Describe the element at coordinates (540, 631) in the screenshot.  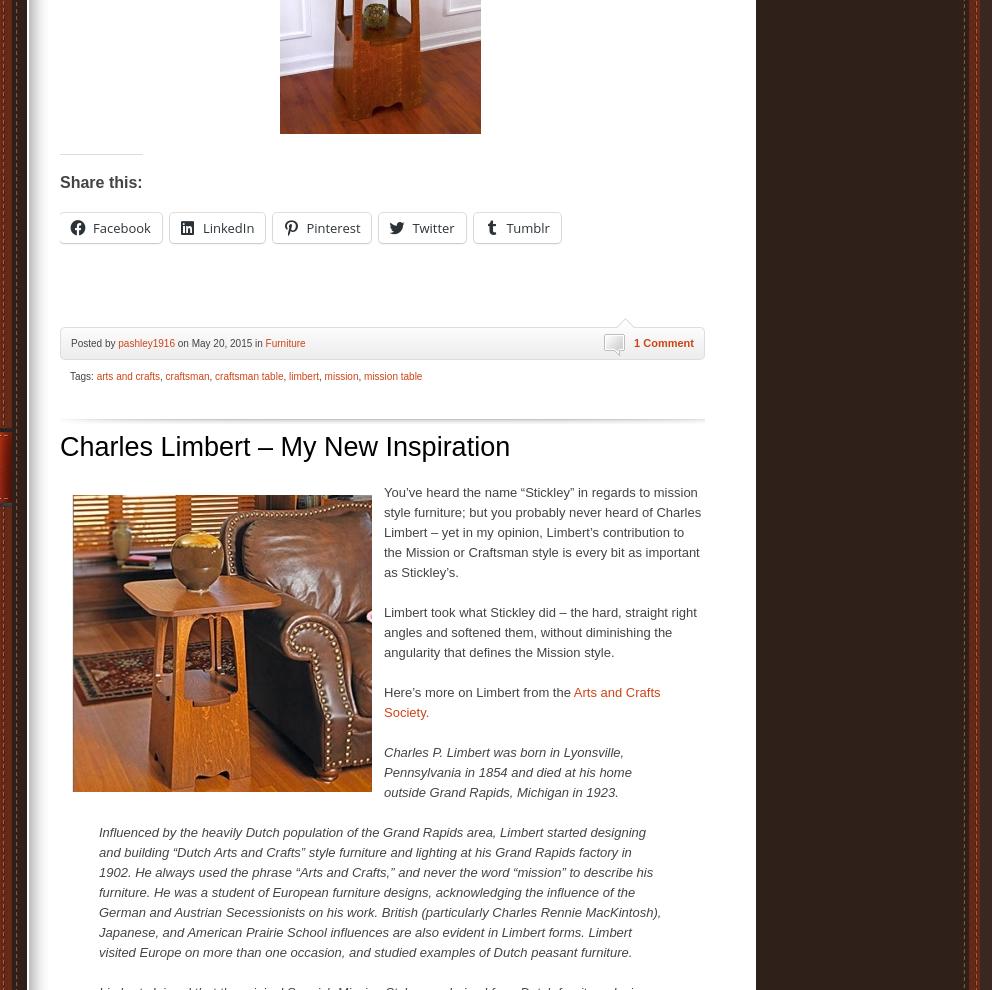
I see `'Limbert took what Stickley did – the hard, straight right angles and softened them, without diminishing the angularity that defines the Mission style.'` at that location.